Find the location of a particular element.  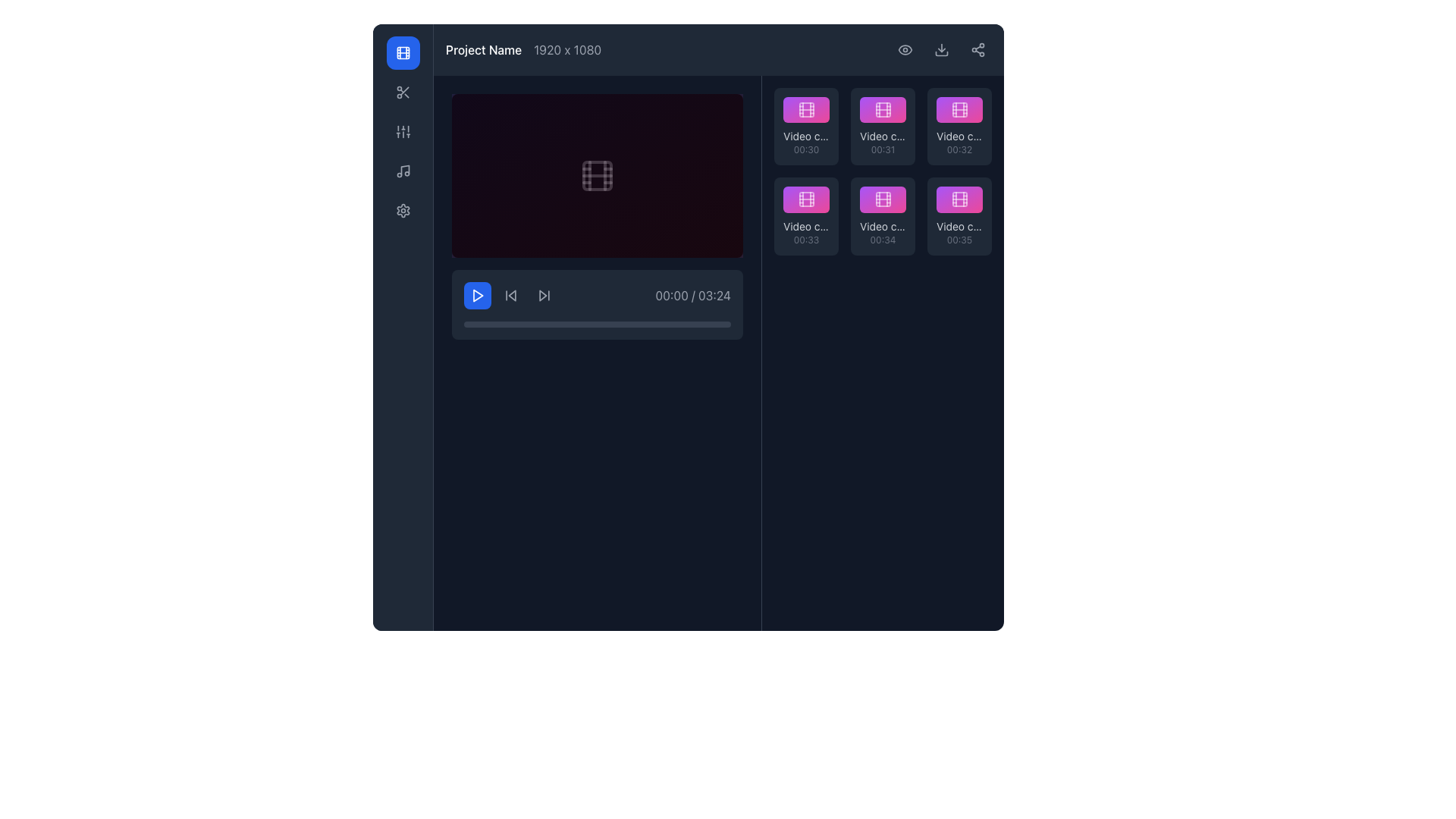

the progress bar is located at coordinates (562, 324).